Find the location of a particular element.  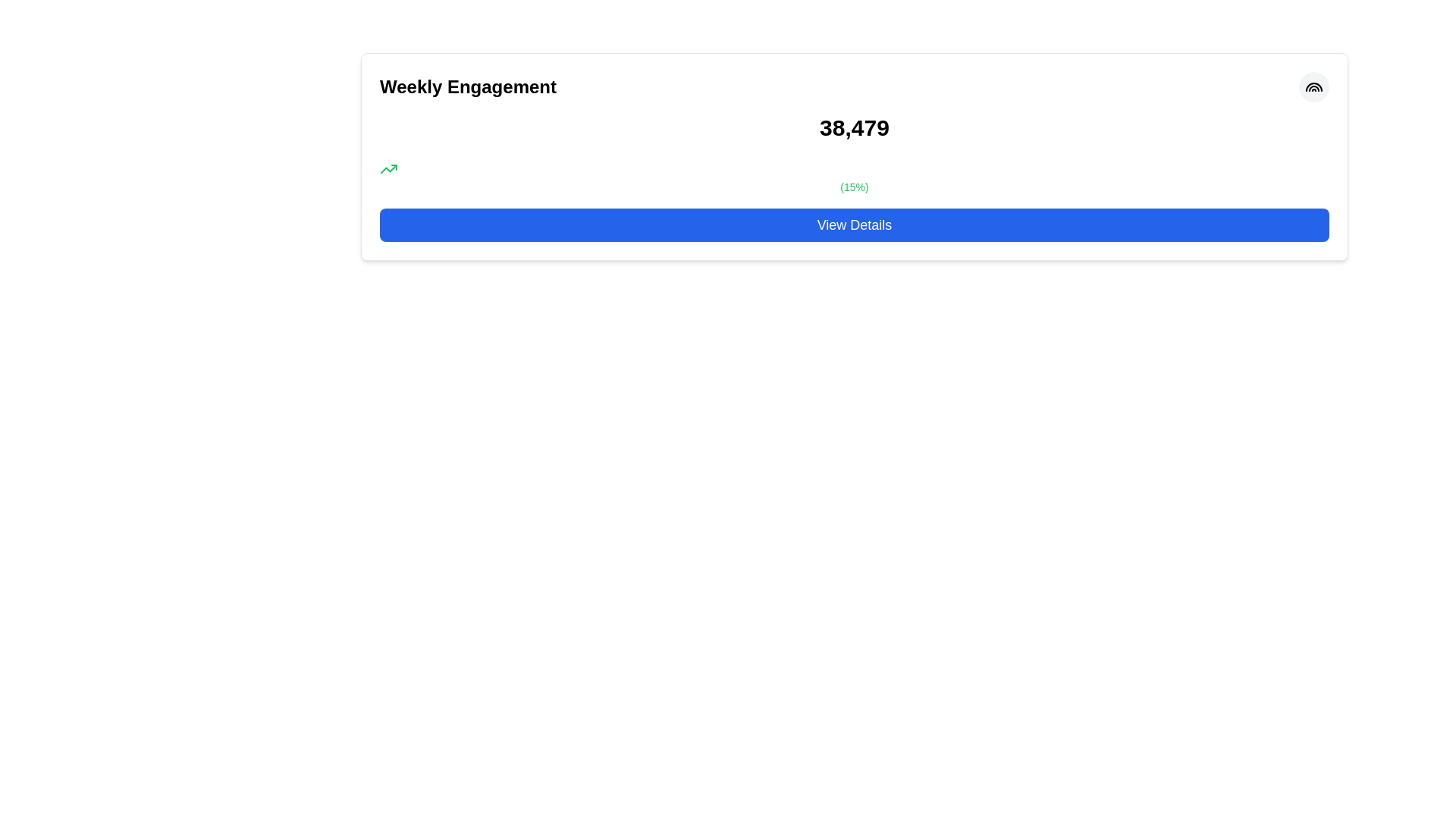

the green line segment of the upward trend arrow located in the center-right area of the statistics panel is located at coordinates (389, 169).